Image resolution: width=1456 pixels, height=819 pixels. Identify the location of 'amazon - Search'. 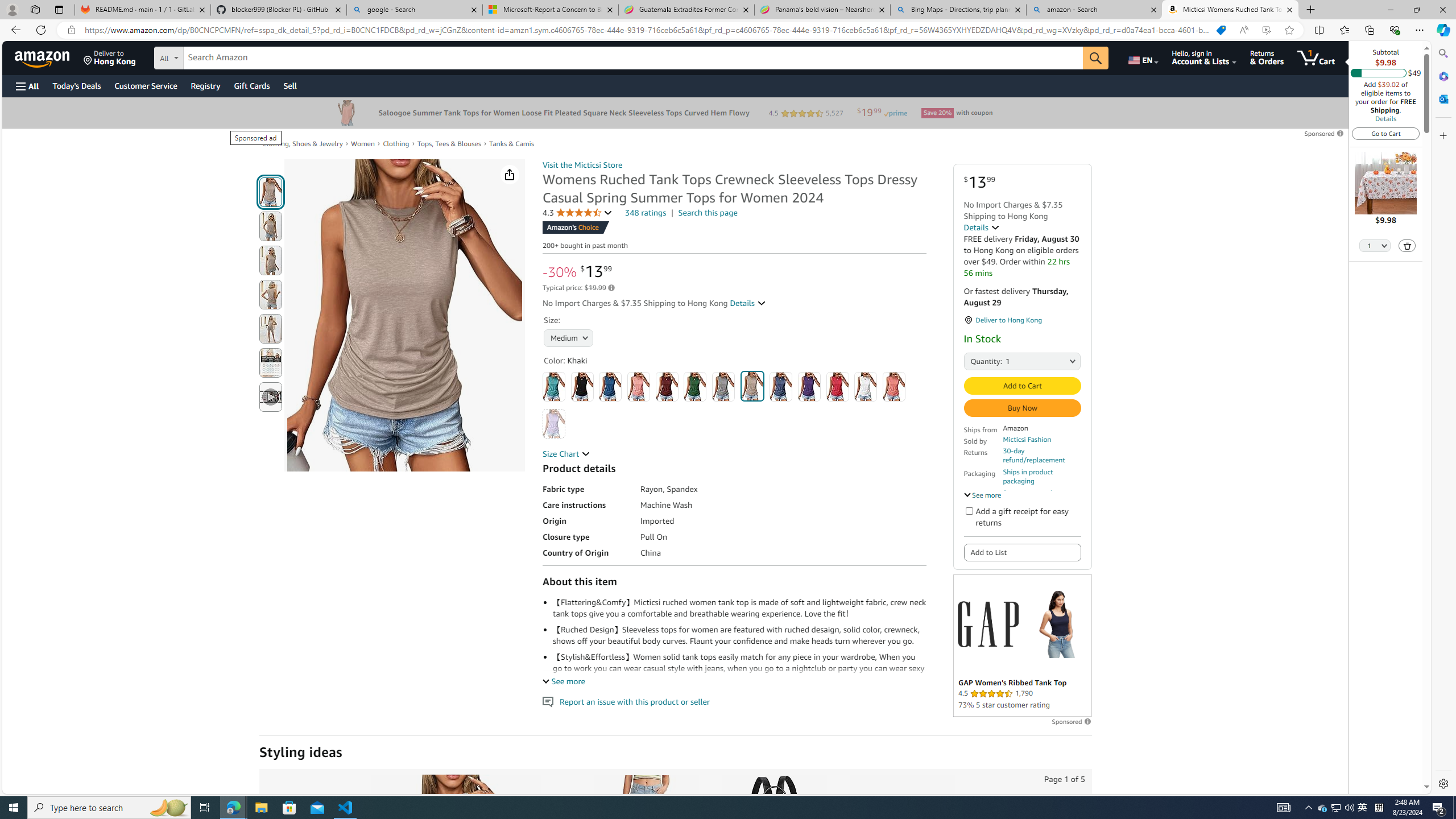
(1094, 9).